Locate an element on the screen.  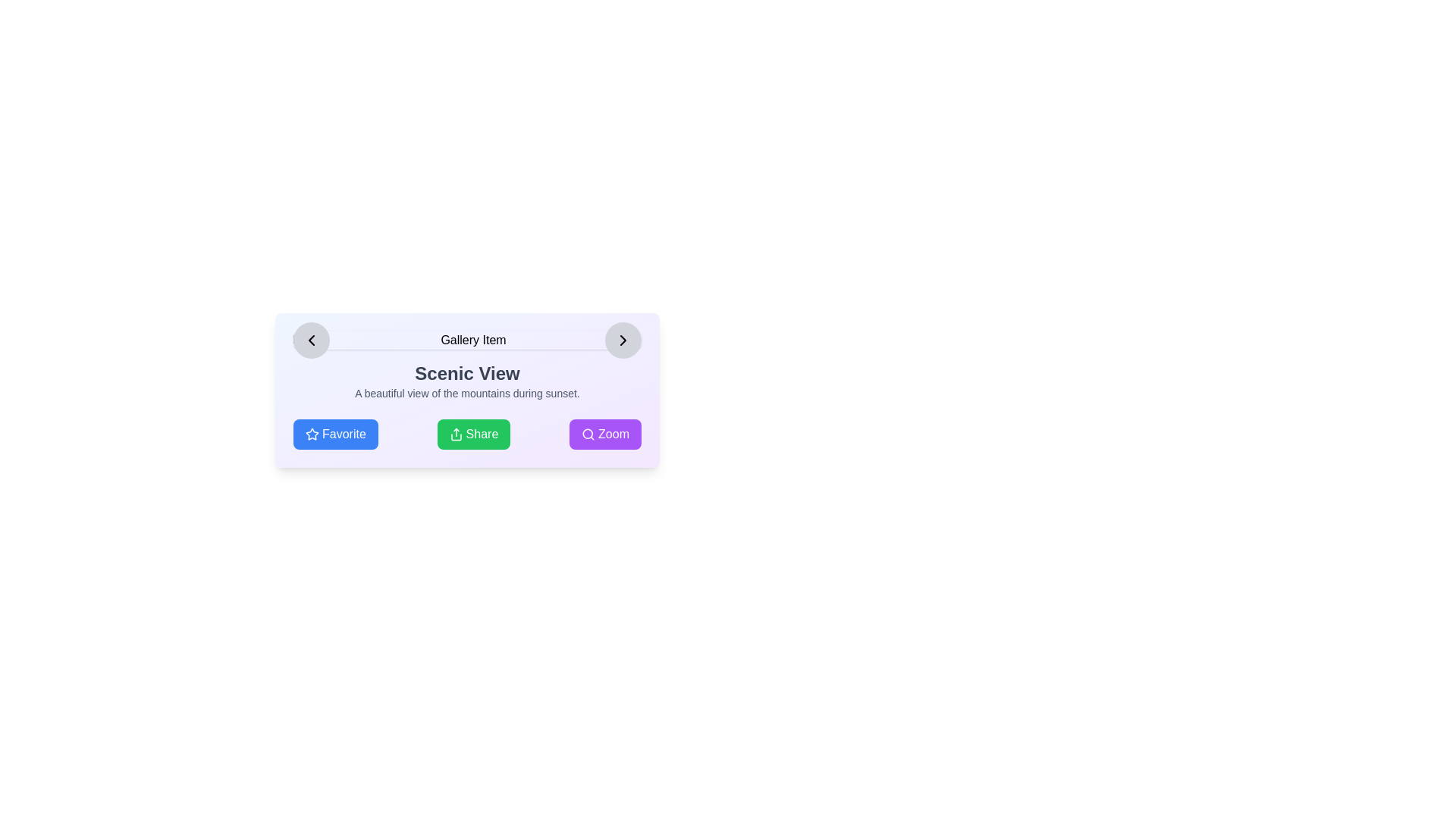
the second button from the left in a row of three buttons at the bottom of the section to change its color is located at coordinates (466, 435).